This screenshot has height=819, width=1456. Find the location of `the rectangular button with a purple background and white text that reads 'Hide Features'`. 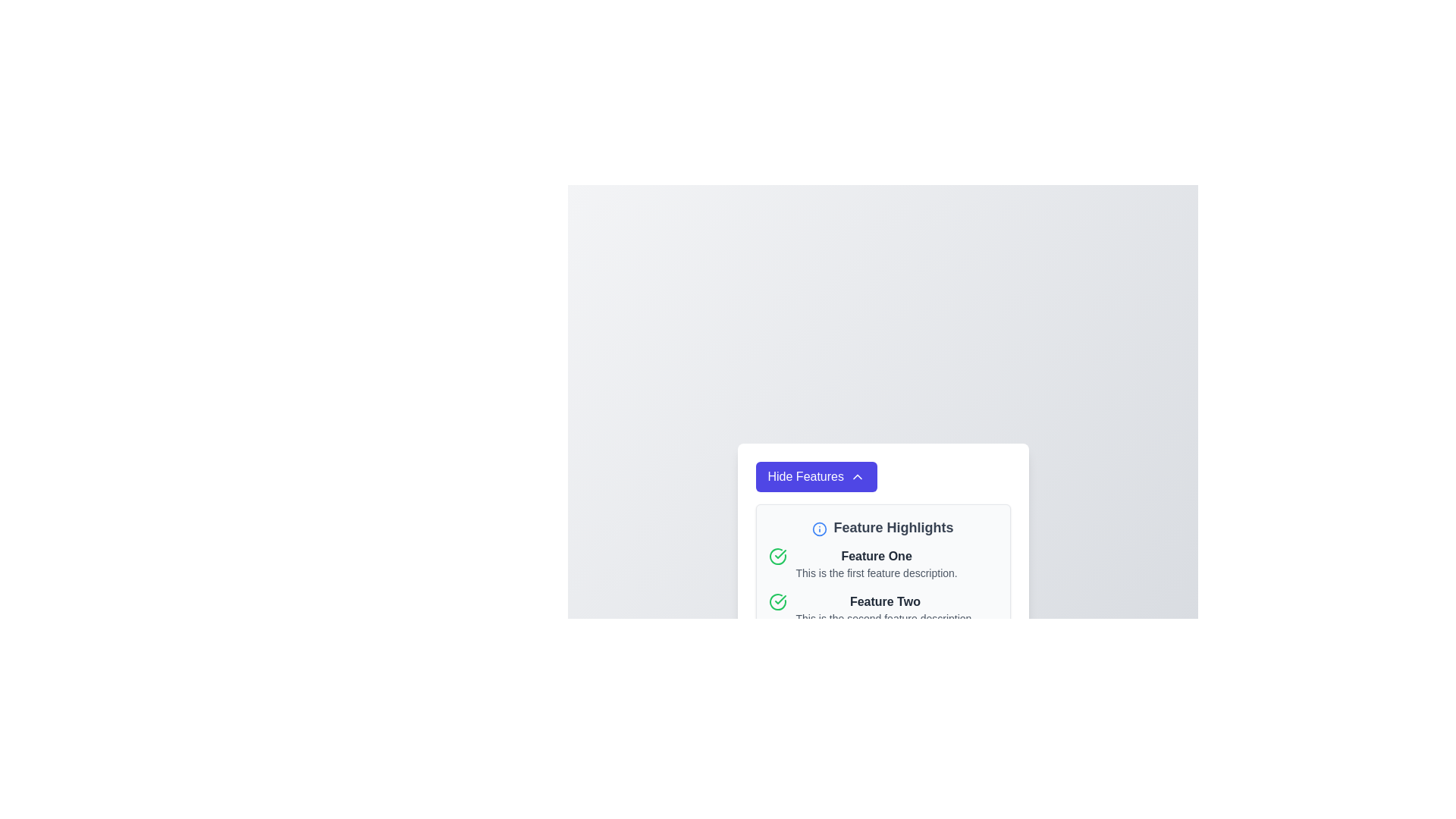

the rectangular button with a purple background and white text that reads 'Hide Features' is located at coordinates (815, 475).